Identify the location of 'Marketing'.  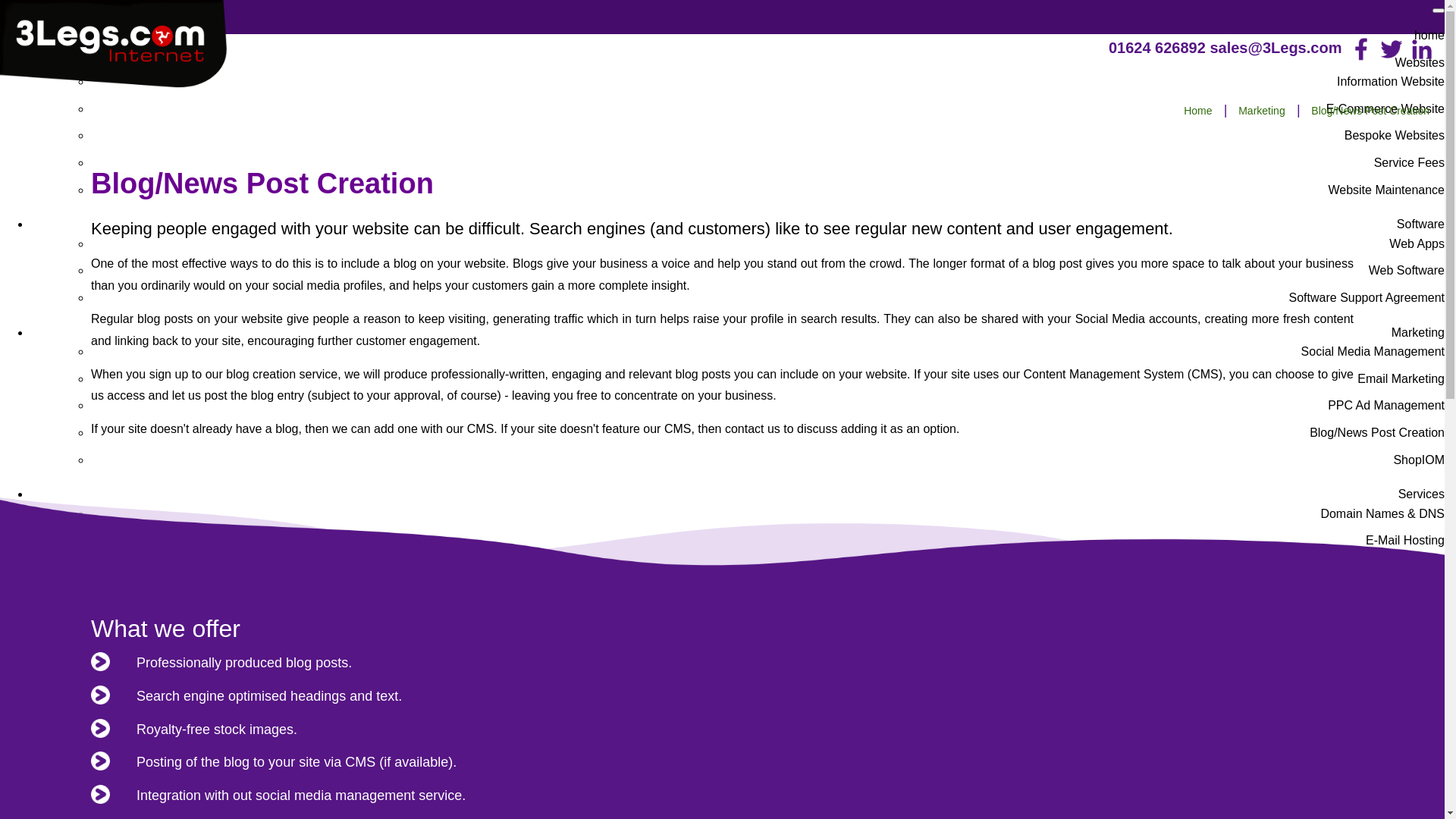
(1230, 110).